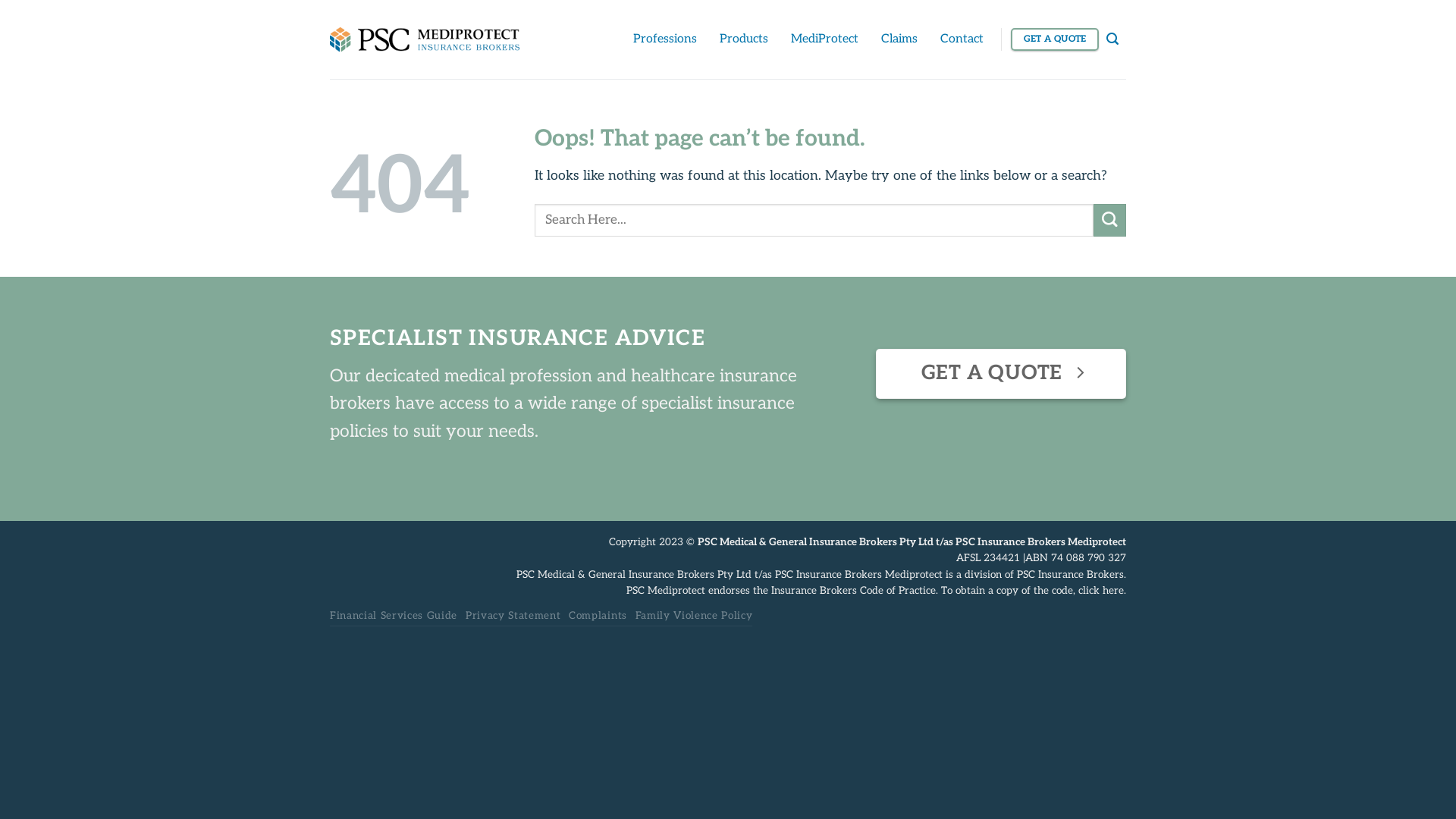 The image size is (1456, 819). Describe the element at coordinates (1054, 38) in the screenshot. I see `'GET A QUOTE'` at that location.